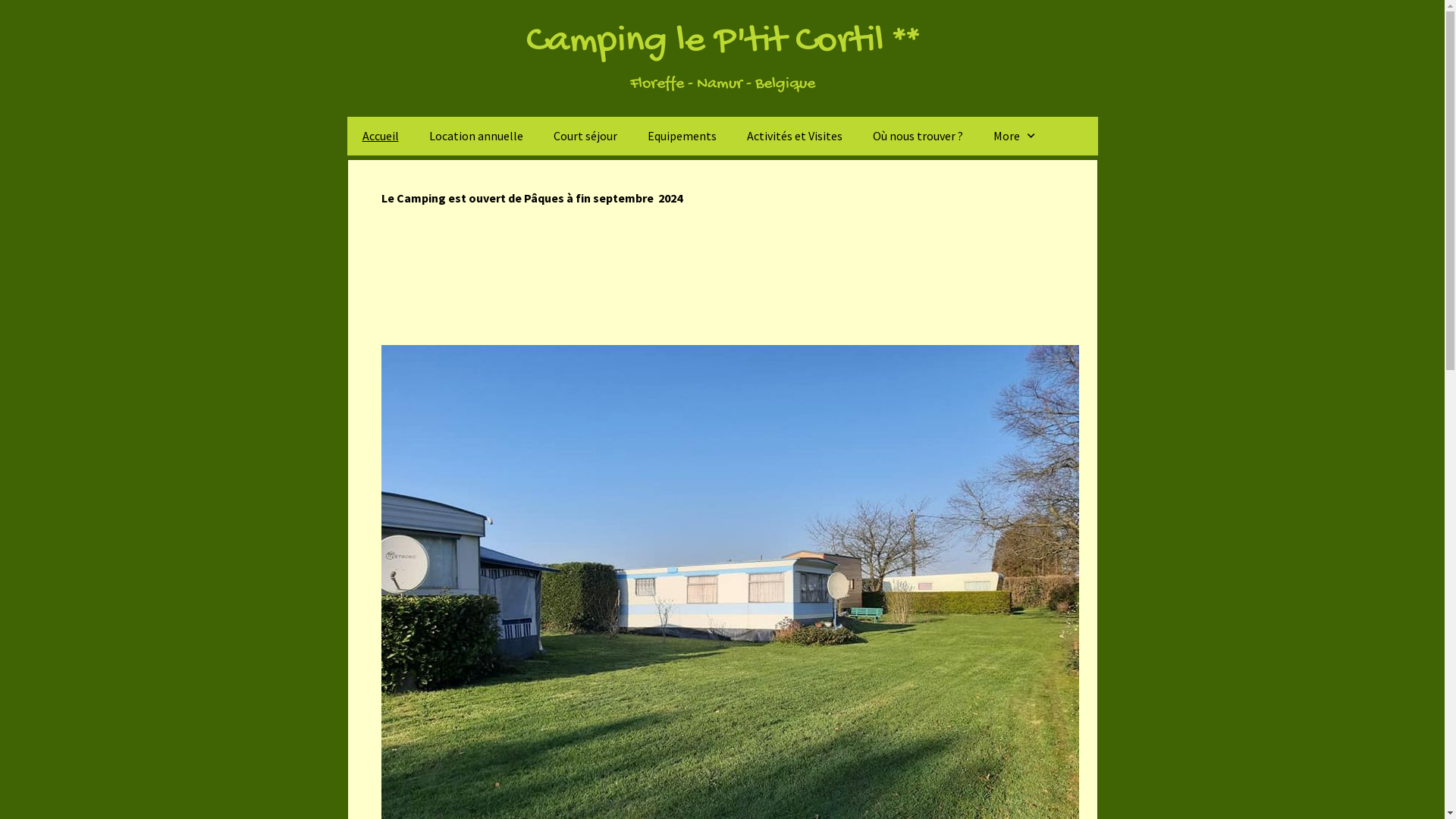 The width and height of the screenshot is (1456, 819). I want to click on 'Camping le P'tit Cortil **', so click(722, 41).